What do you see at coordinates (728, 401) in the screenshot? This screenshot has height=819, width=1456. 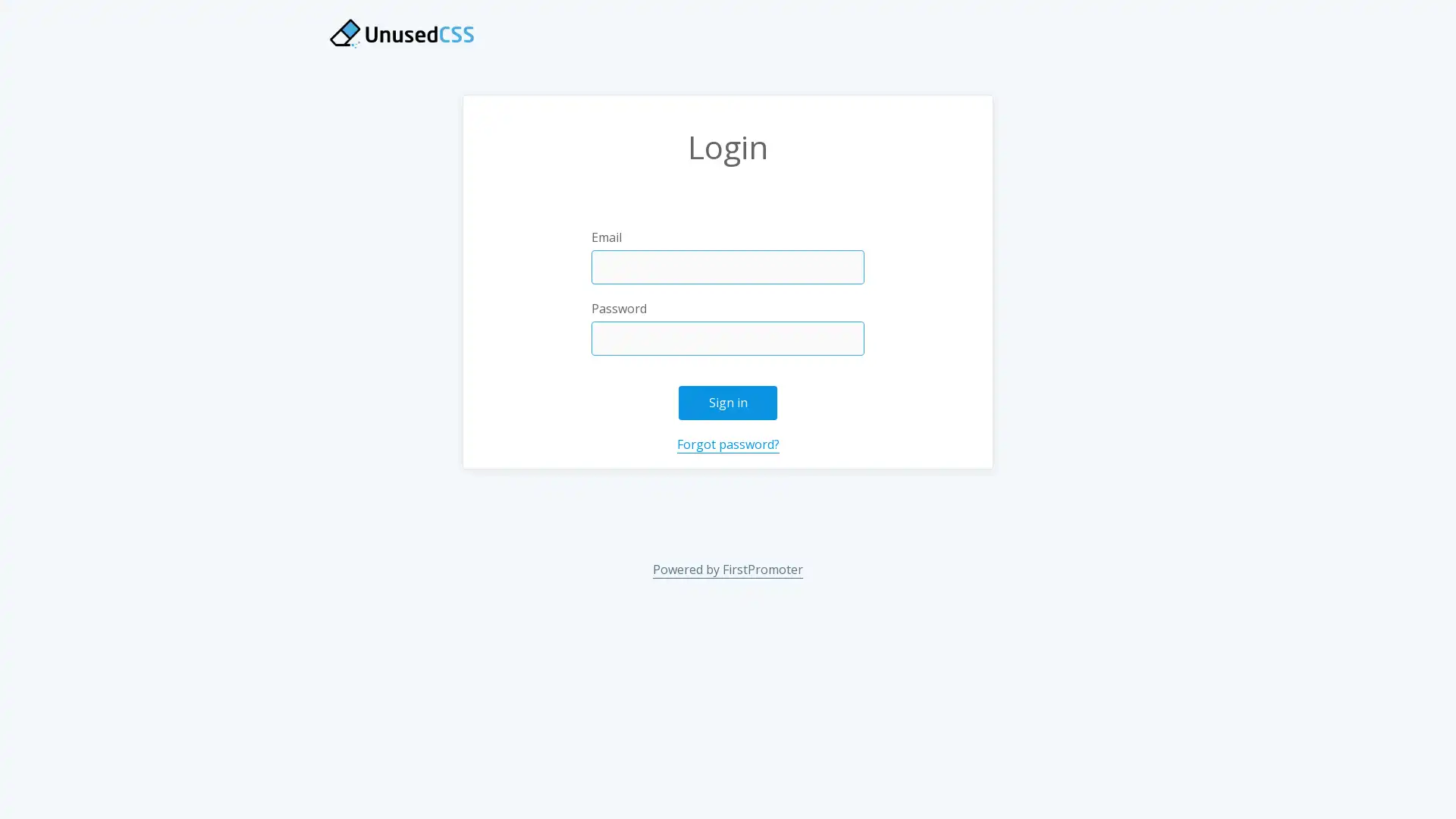 I see `Sign in` at bounding box center [728, 401].